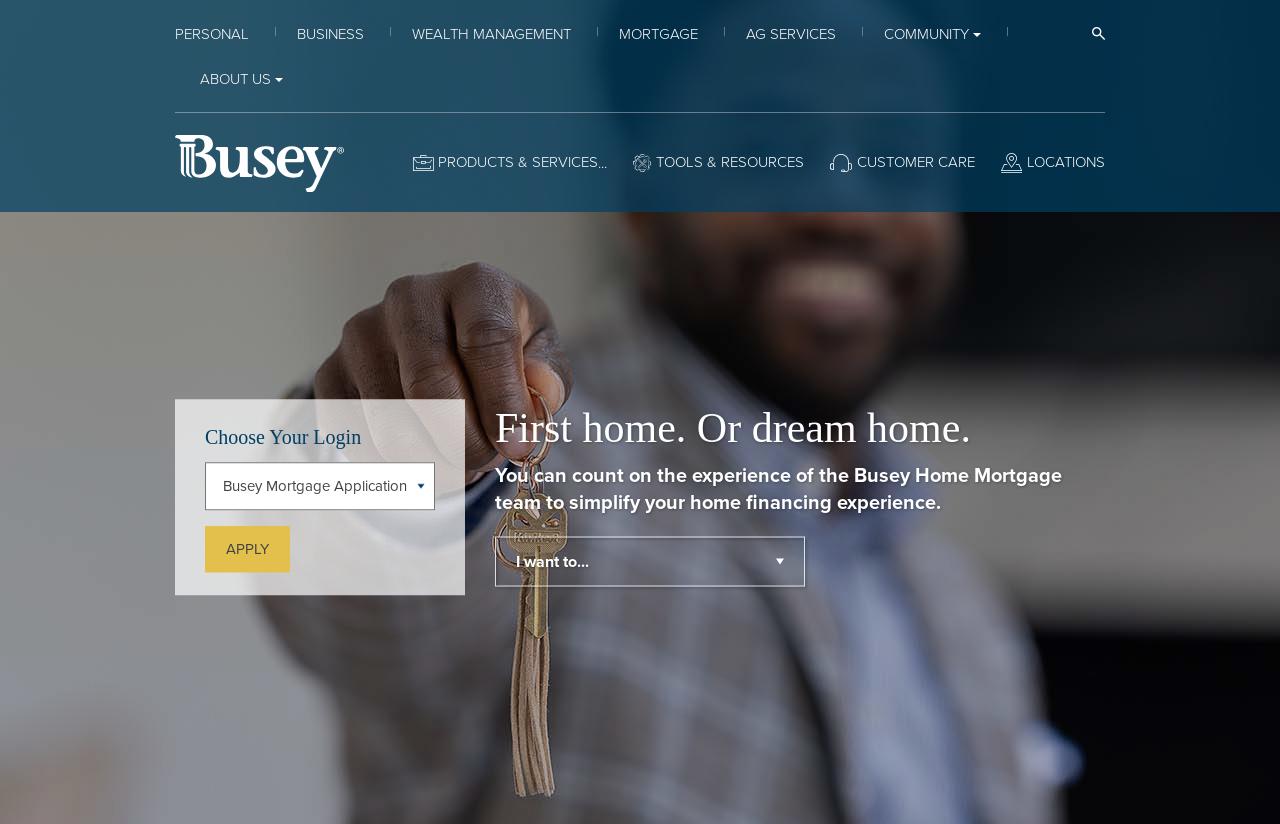 This screenshot has width=1280, height=824. Describe the element at coordinates (330, 33) in the screenshot. I see `'Business'` at that location.